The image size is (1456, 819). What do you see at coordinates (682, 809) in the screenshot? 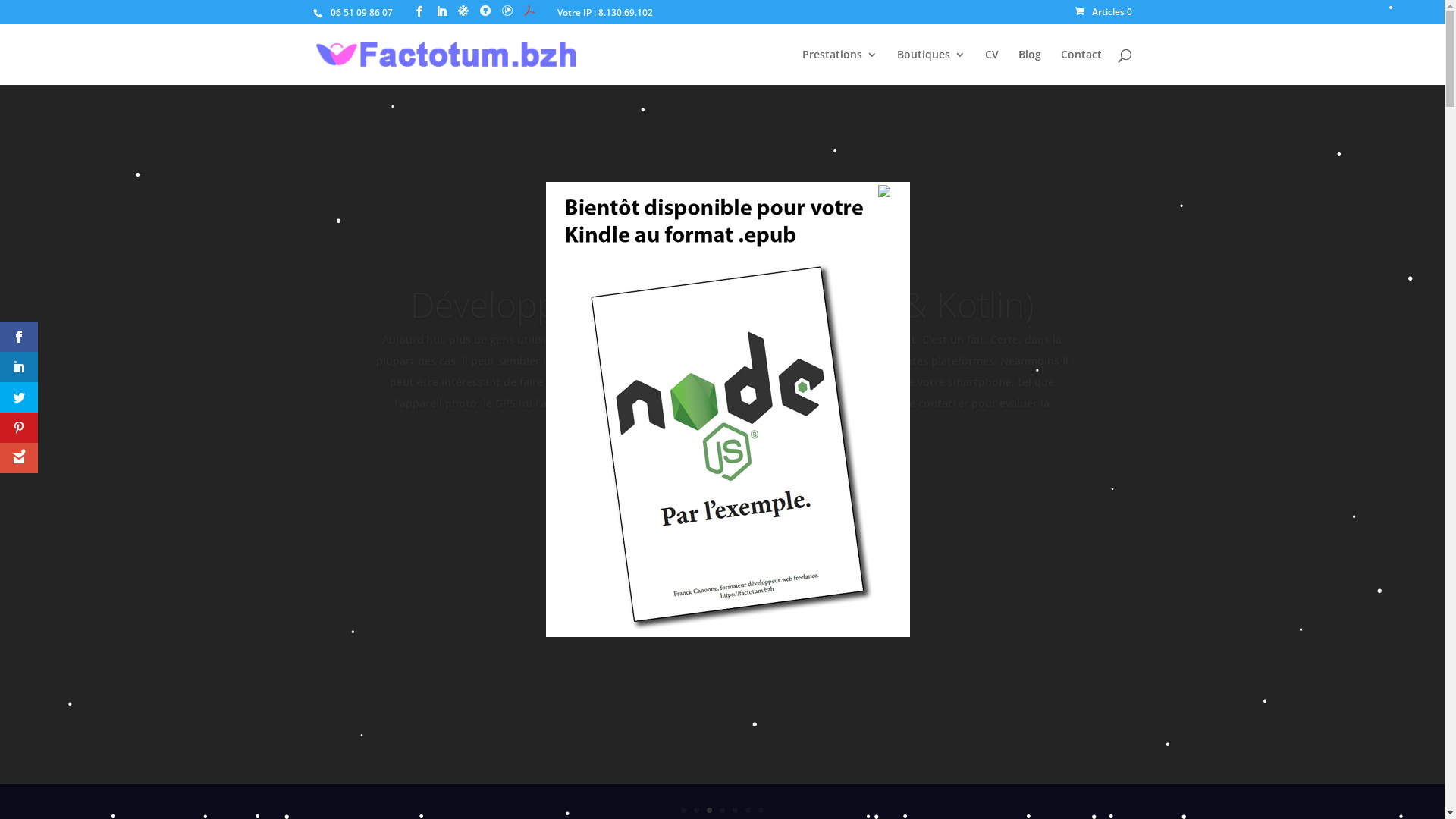
I see `'1'` at bounding box center [682, 809].